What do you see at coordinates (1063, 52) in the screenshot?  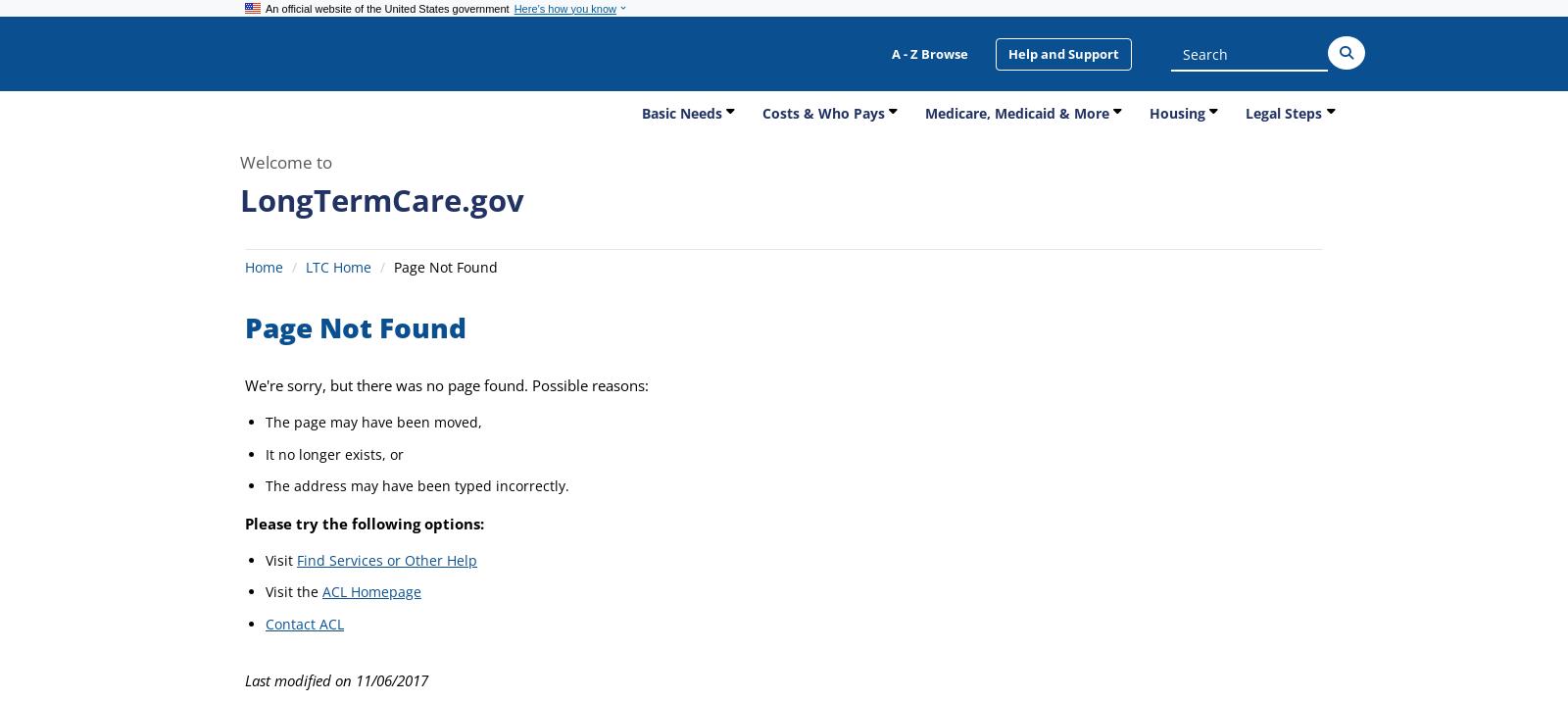 I see `'Help and Support'` at bounding box center [1063, 52].